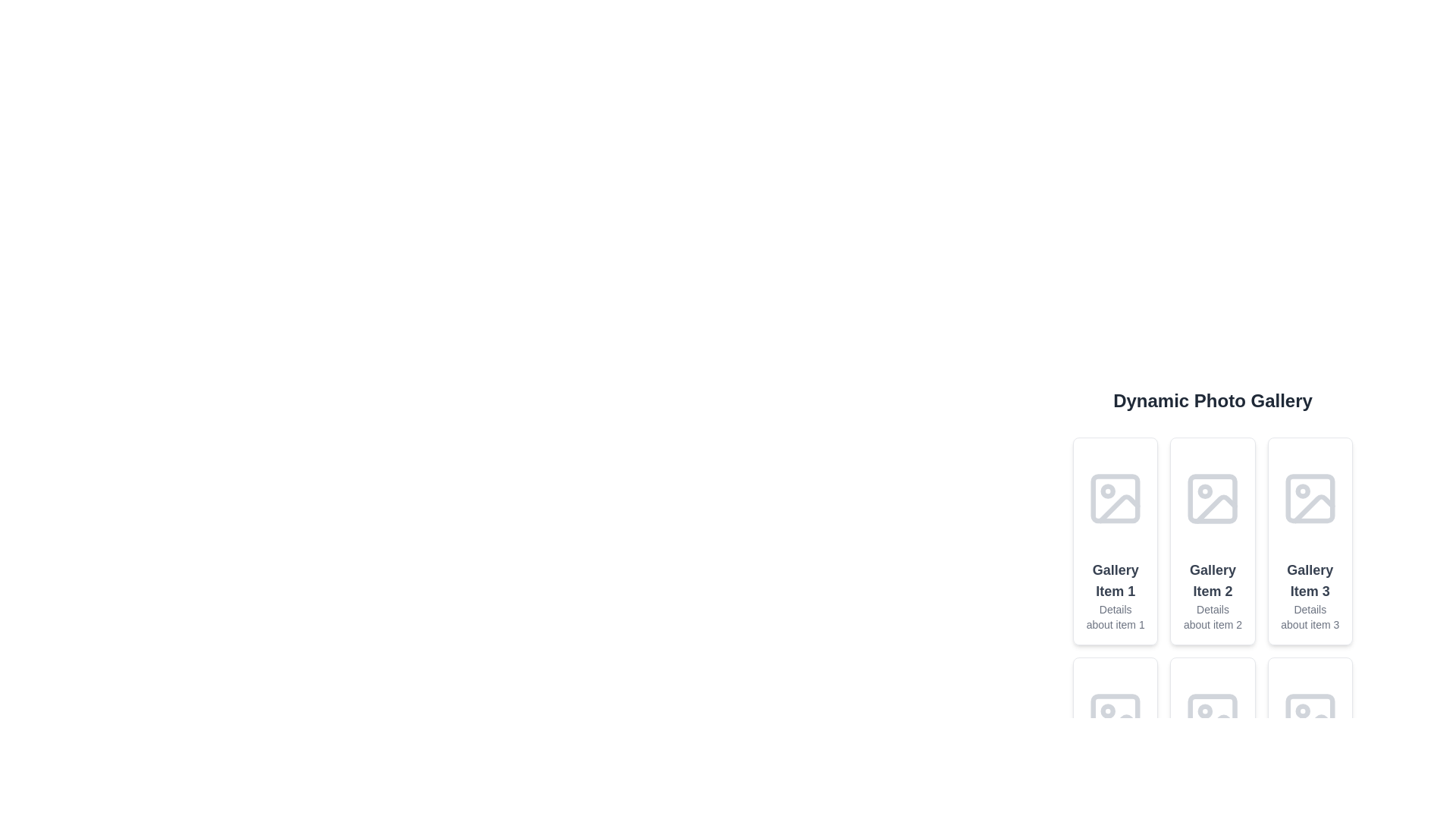  Describe the element at coordinates (1309, 718) in the screenshot. I see `rectangular graphical element that serves as the background of an icon representing an image, located in the bottom-right card of the gallery grid` at that location.